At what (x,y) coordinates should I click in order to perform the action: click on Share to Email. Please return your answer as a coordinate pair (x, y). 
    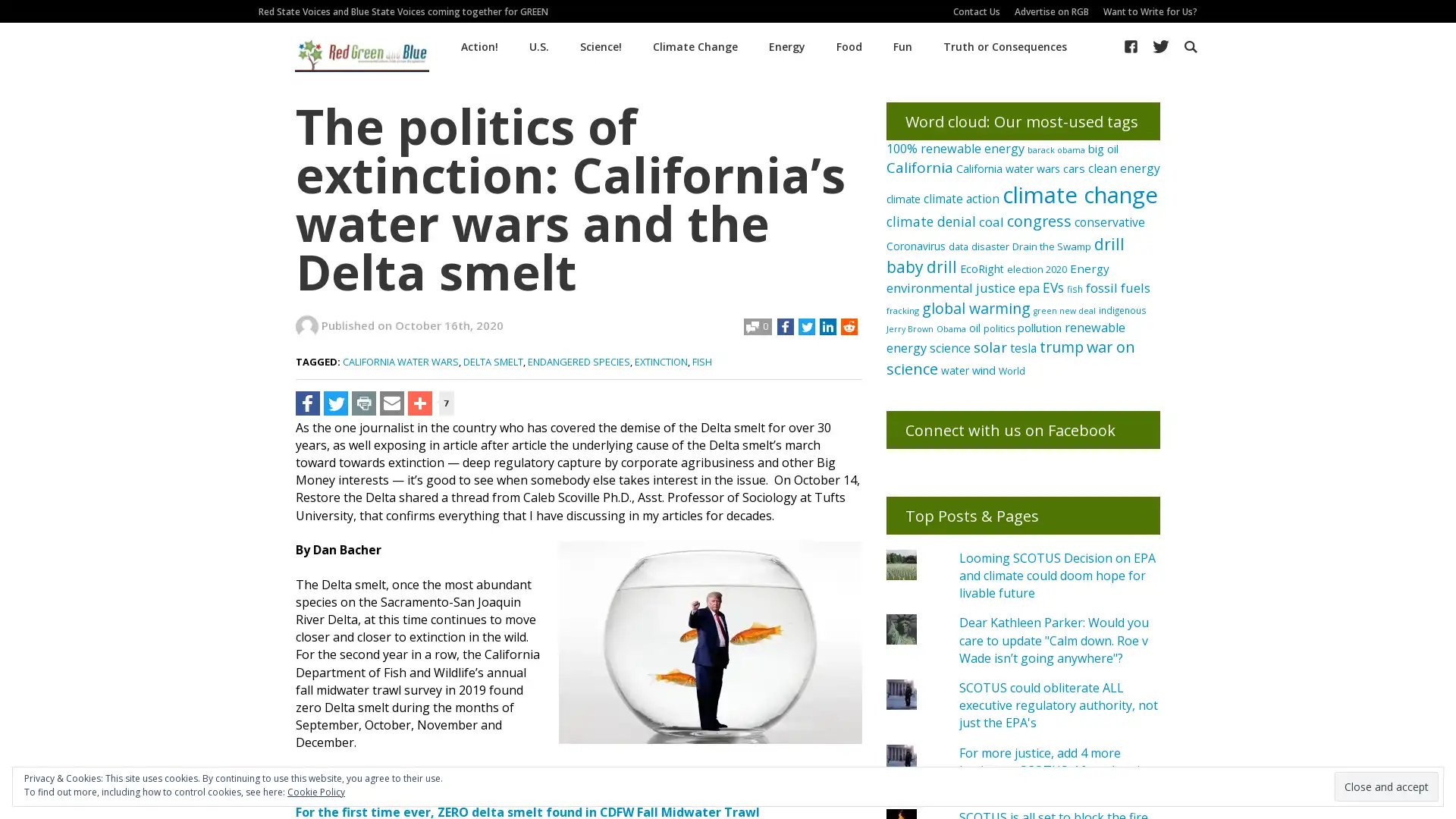
    Looking at the image, I should click on (392, 402).